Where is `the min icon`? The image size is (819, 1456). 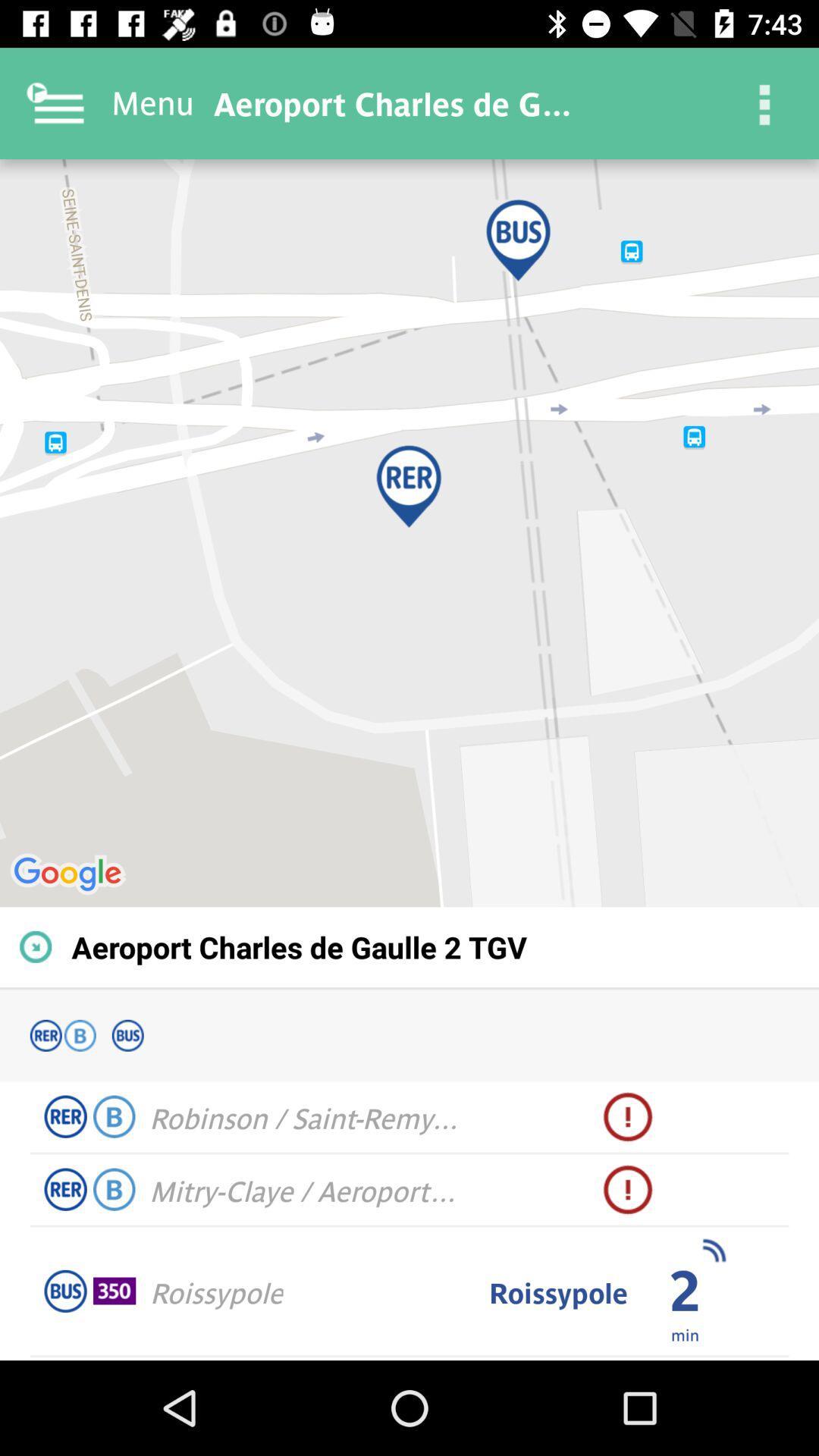
the min icon is located at coordinates (685, 1333).